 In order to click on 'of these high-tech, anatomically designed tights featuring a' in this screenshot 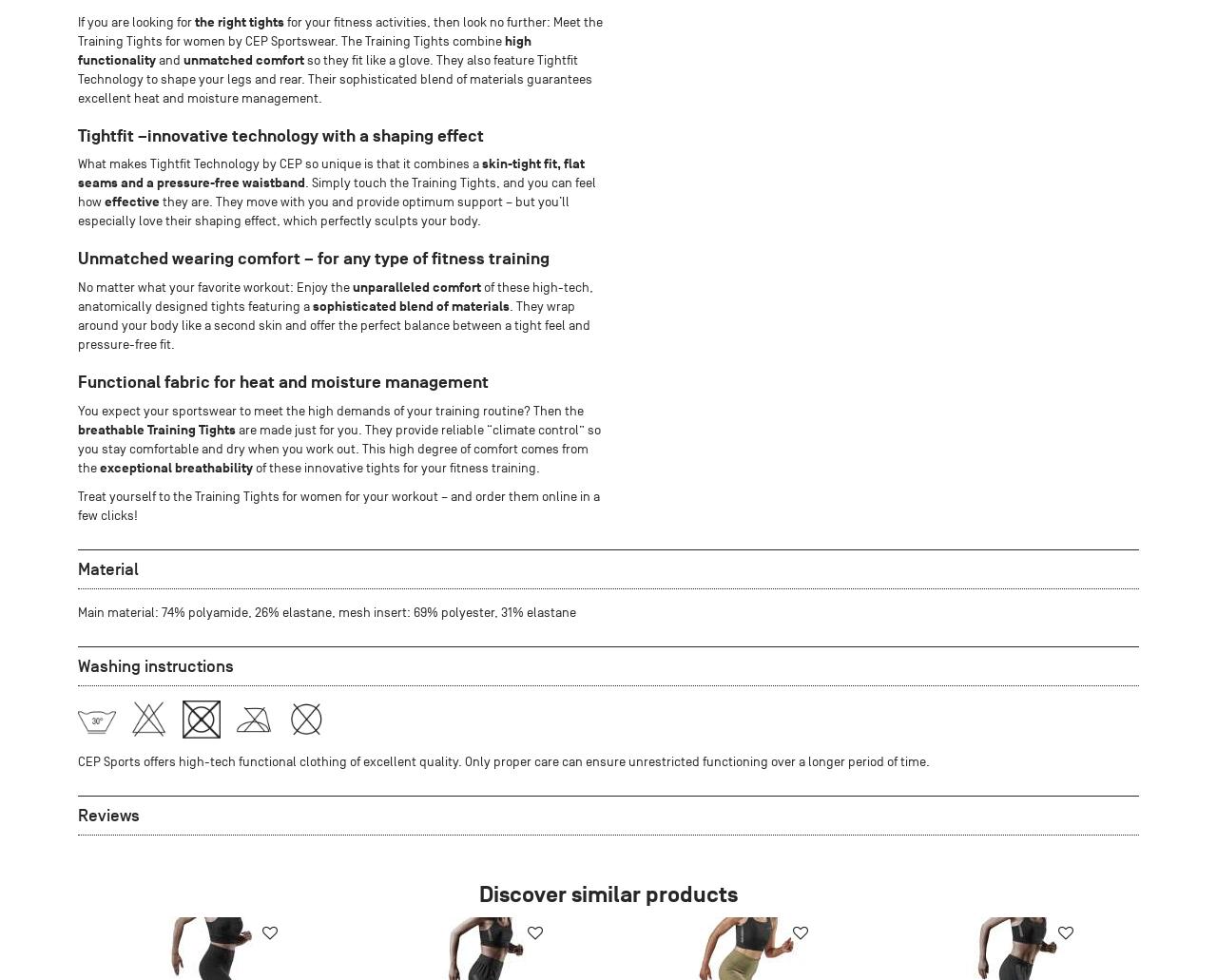, I will do `click(336, 296)`.